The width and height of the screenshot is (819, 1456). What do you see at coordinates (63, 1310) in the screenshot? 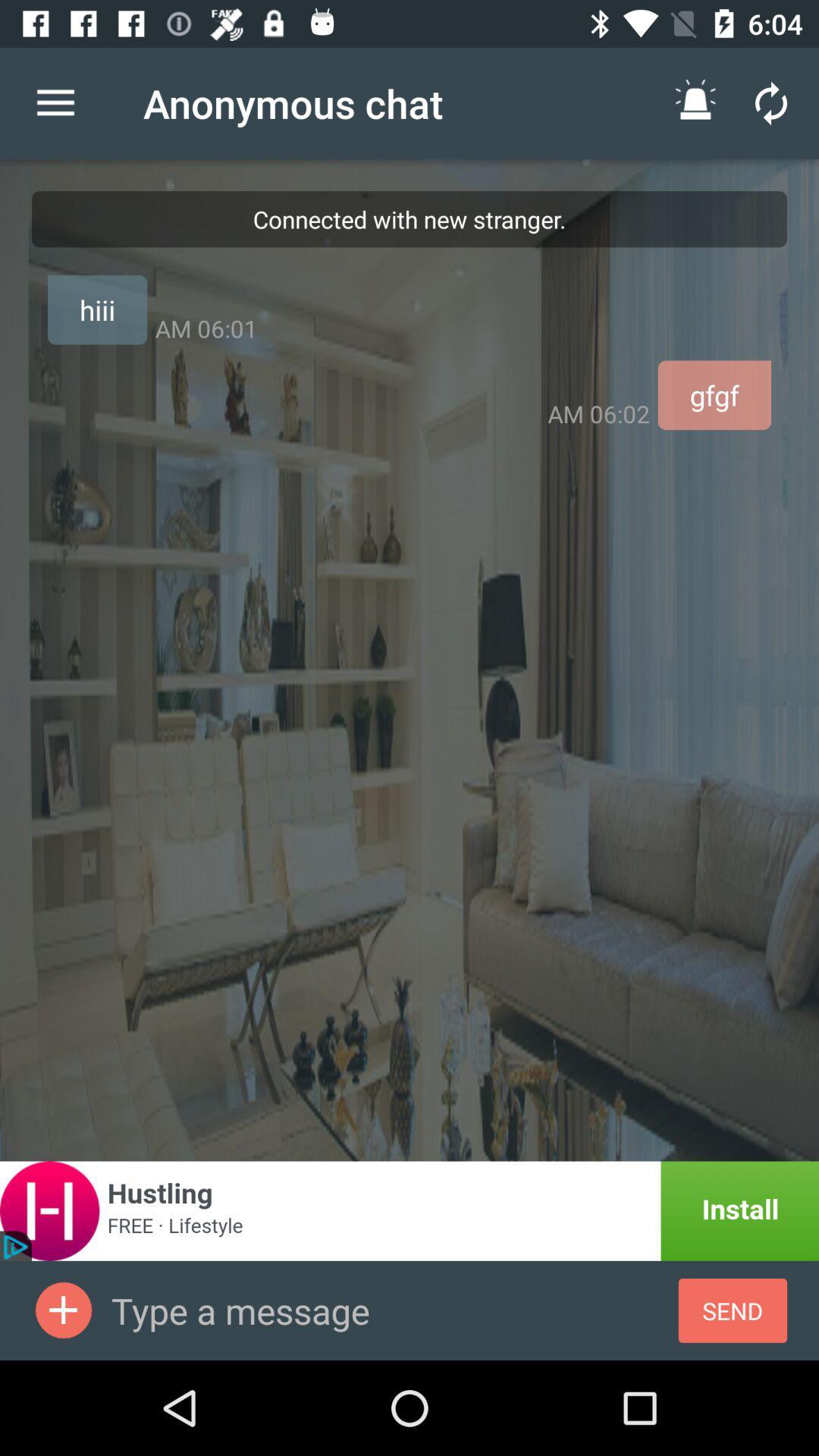
I see `contact to send message` at bounding box center [63, 1310].